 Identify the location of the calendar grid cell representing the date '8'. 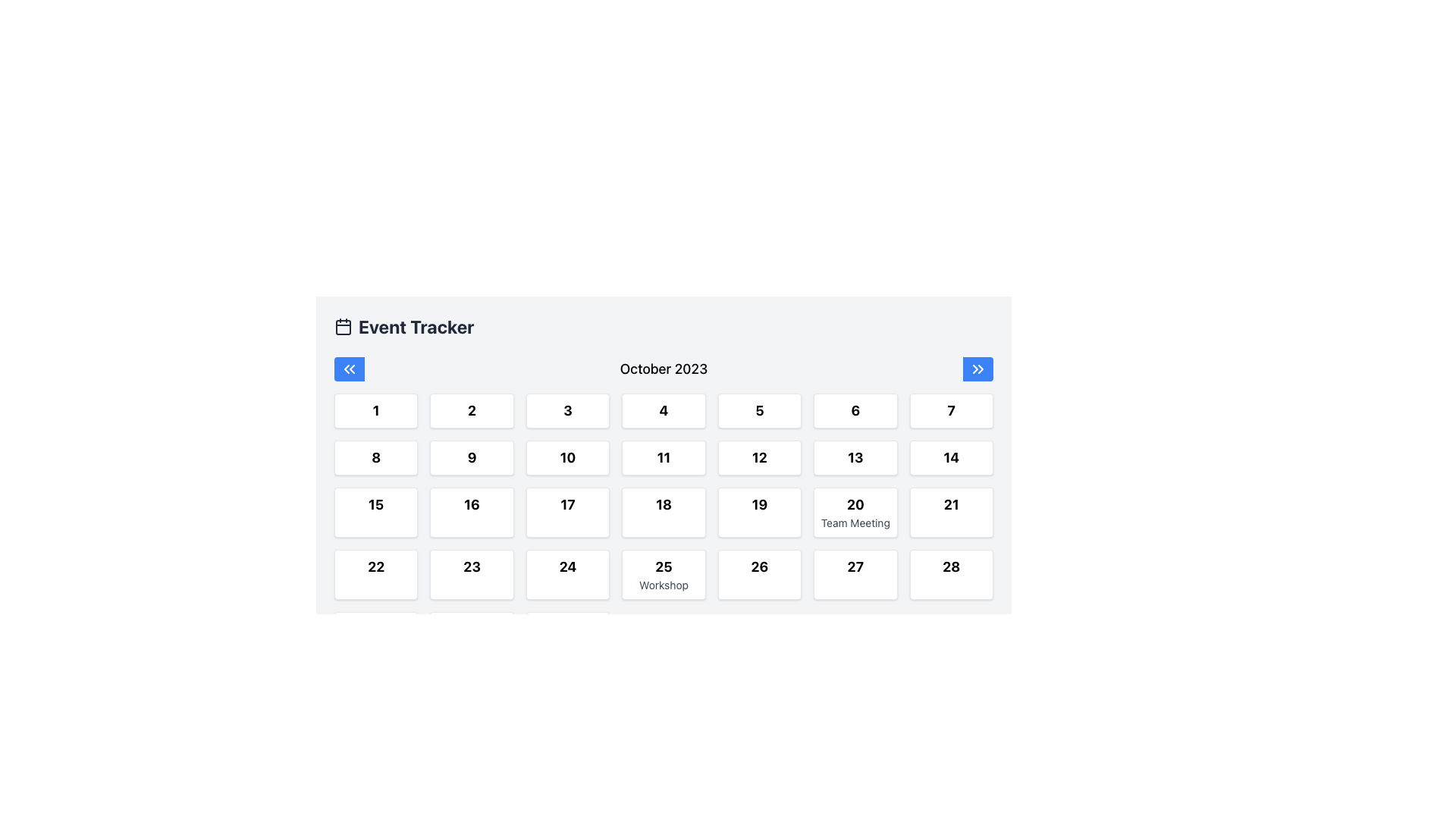
(376, 457).